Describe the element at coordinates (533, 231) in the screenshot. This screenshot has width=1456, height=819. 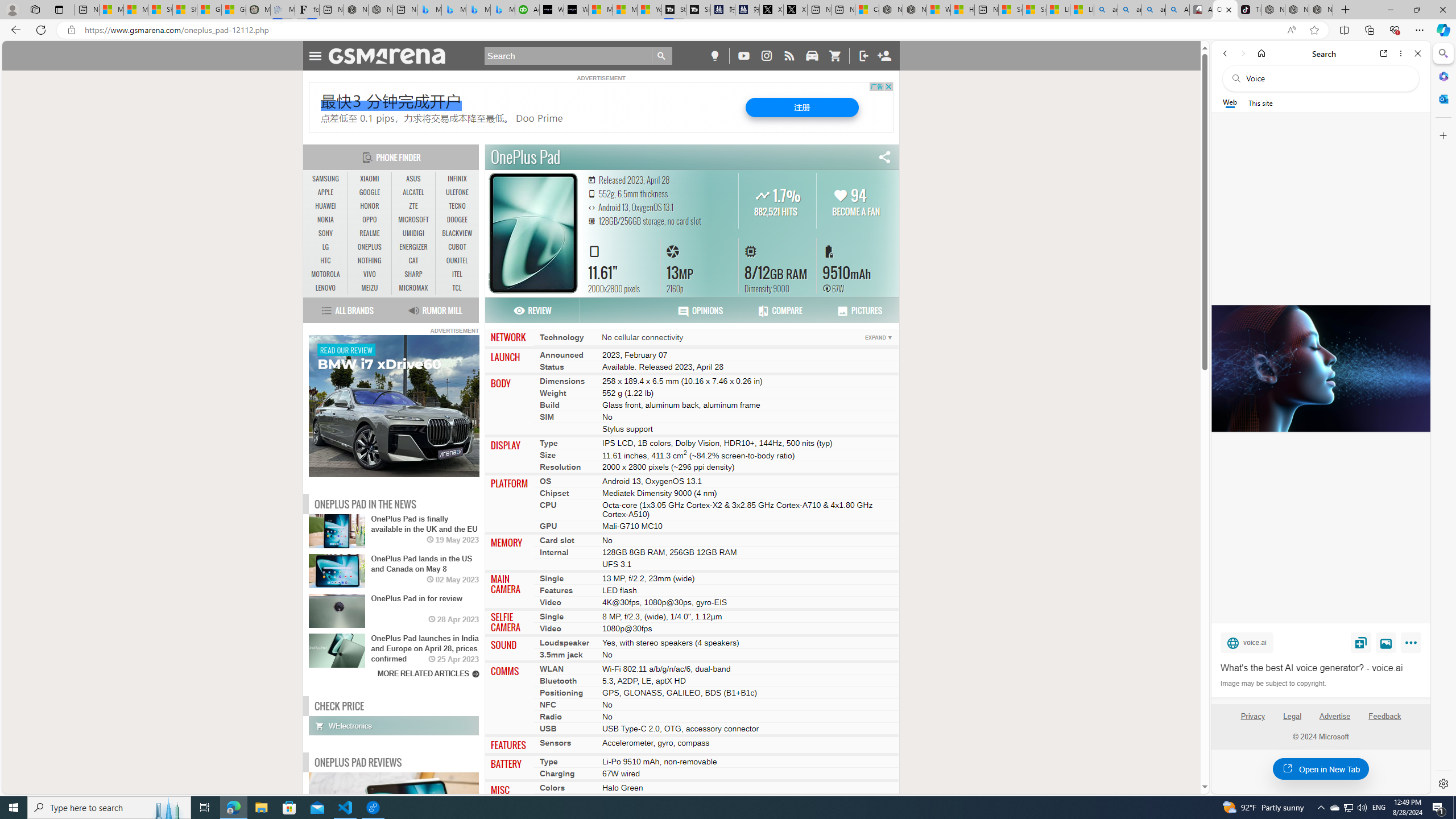
I see `'OnePlus Pad MORE PICTURES'` at that location.